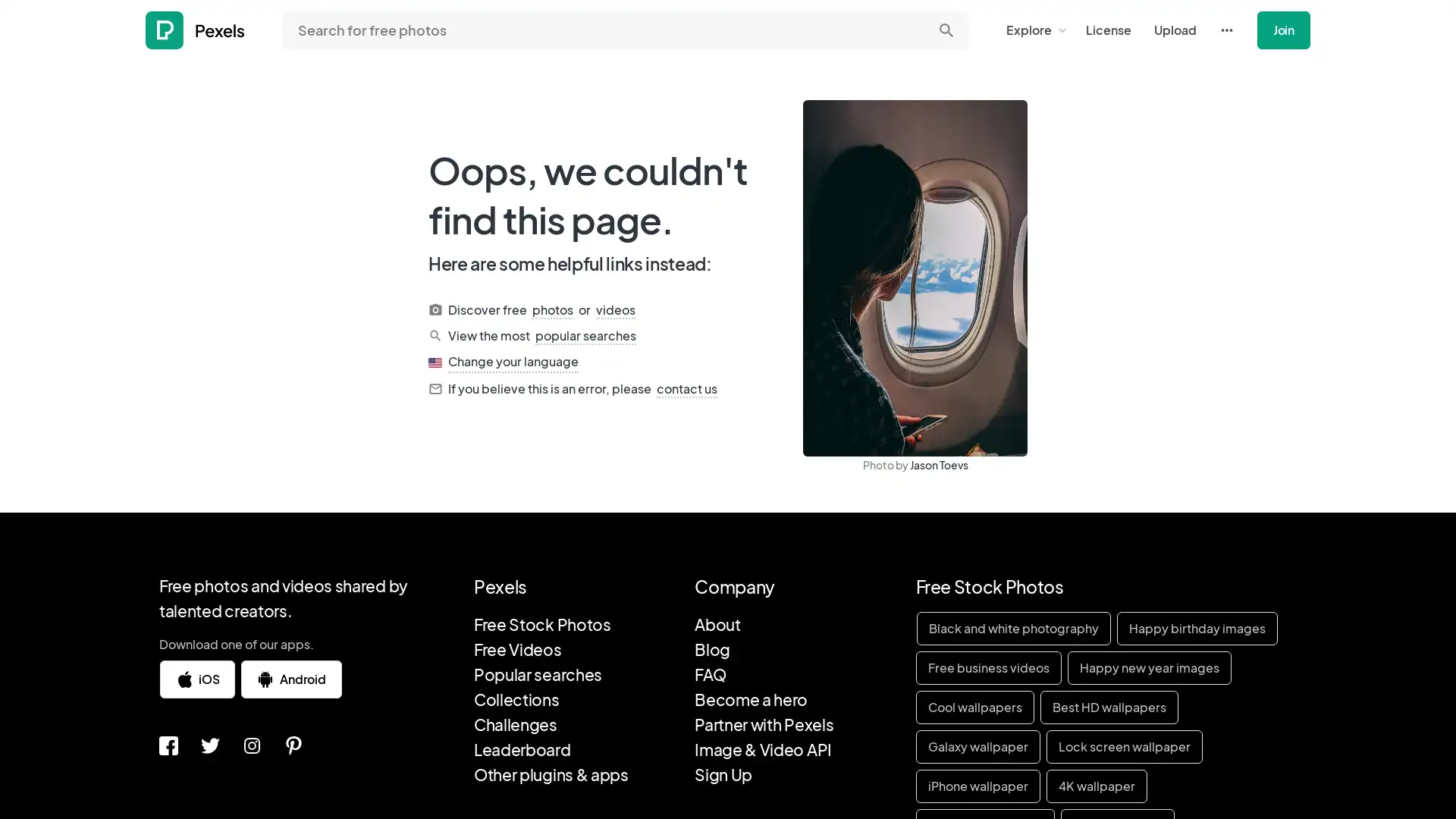 This screenshot has width=1456, height=819. What do you see at coordinates (513, 362) in the screenshot?
I see `Change your language` at bounding box center [513, 362].